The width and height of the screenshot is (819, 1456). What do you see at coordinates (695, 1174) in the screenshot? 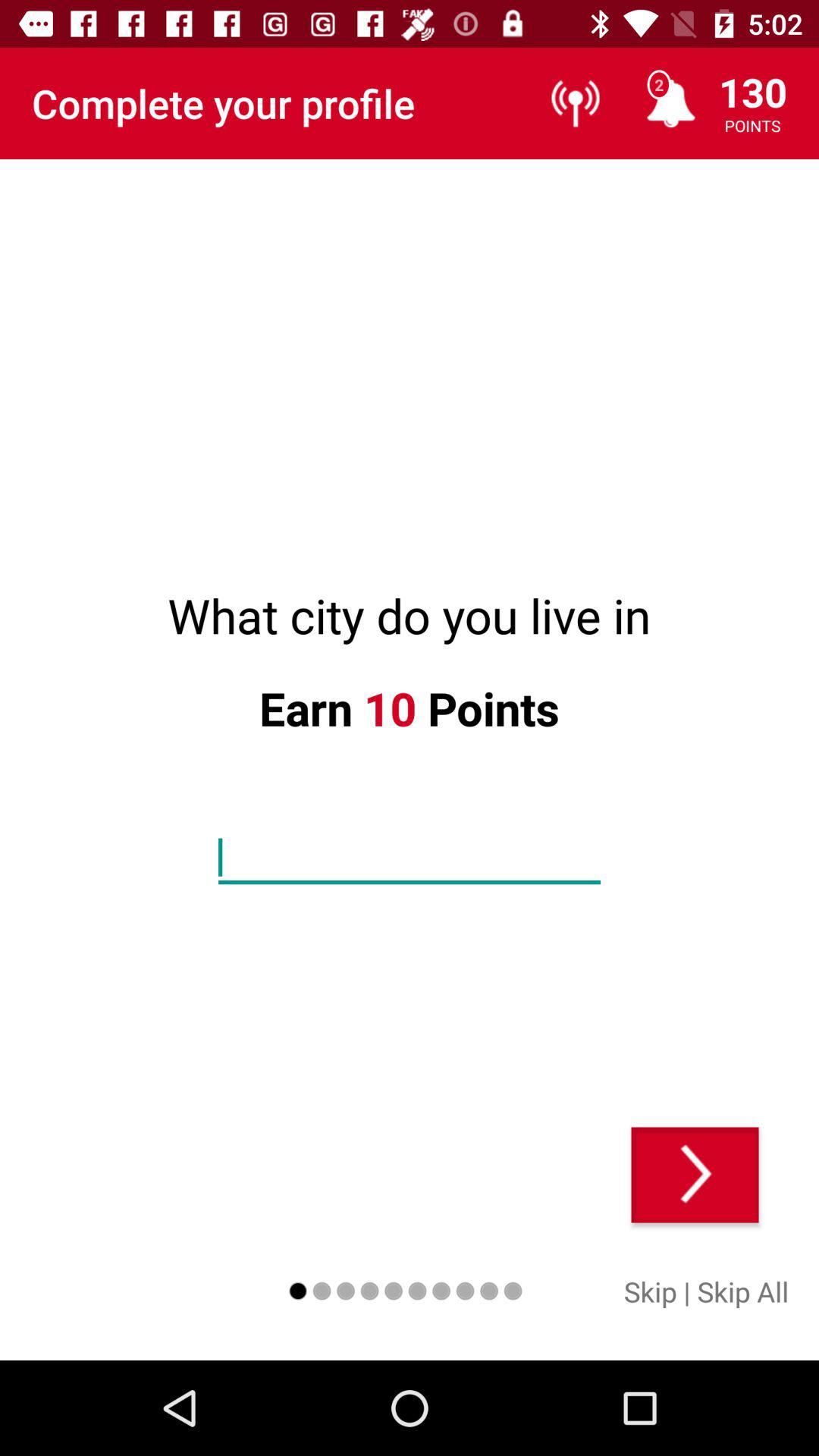
I see `go next icon` at bounding box center [695, 1174].